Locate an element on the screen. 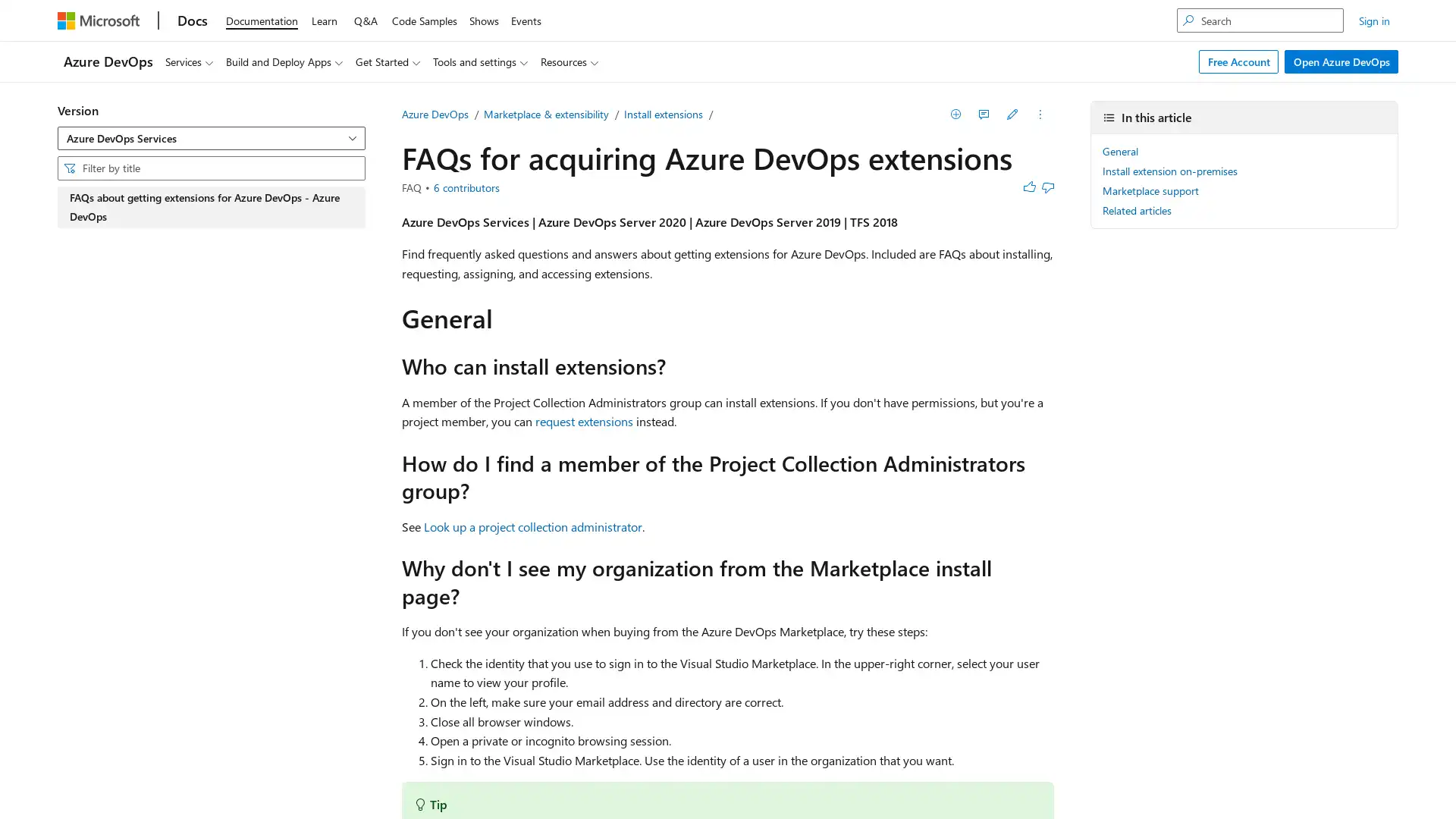  Build and Deploy Apps is located at coordinates (284, 61).